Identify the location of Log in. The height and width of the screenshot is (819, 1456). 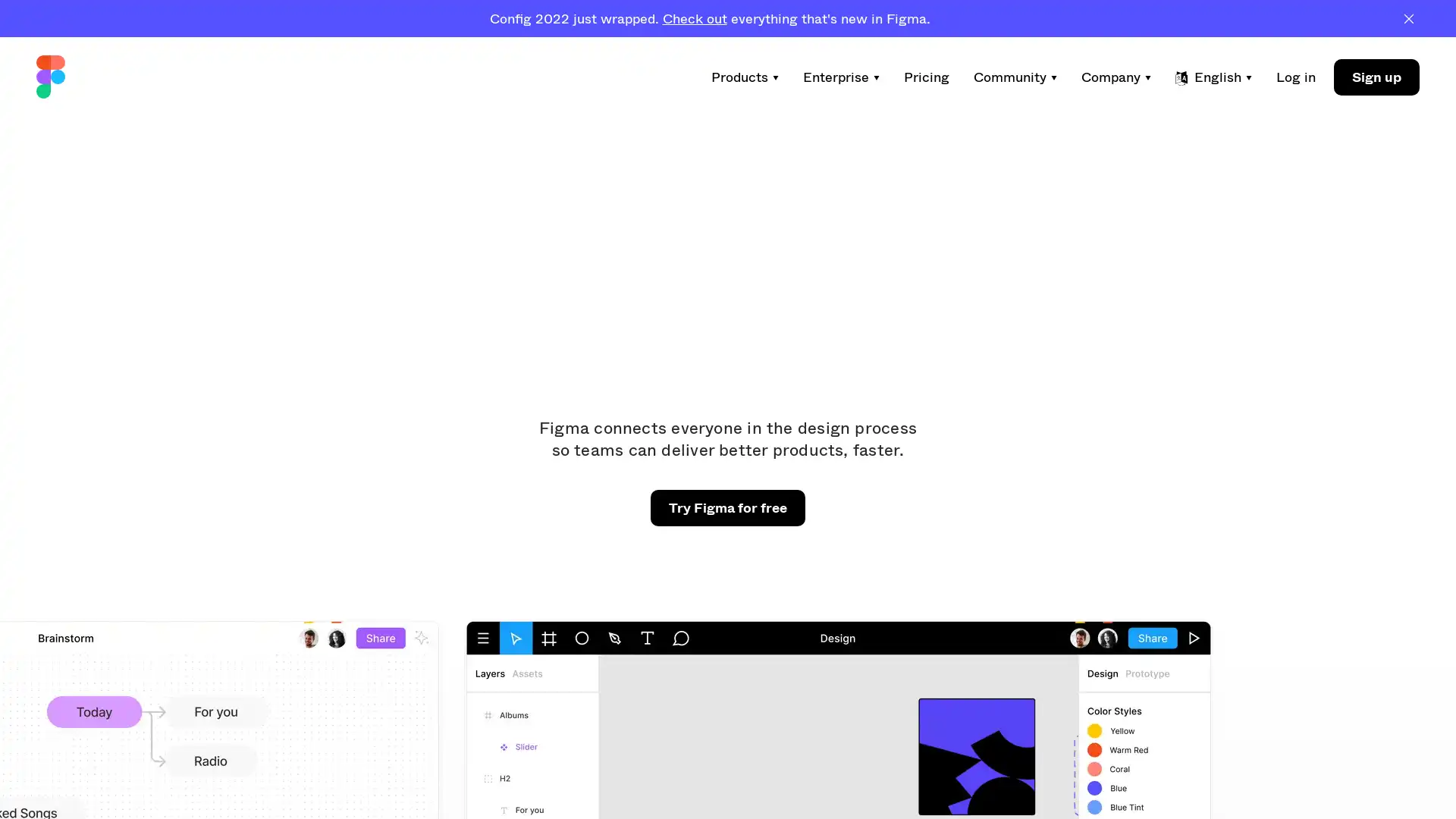
(1294, 77).